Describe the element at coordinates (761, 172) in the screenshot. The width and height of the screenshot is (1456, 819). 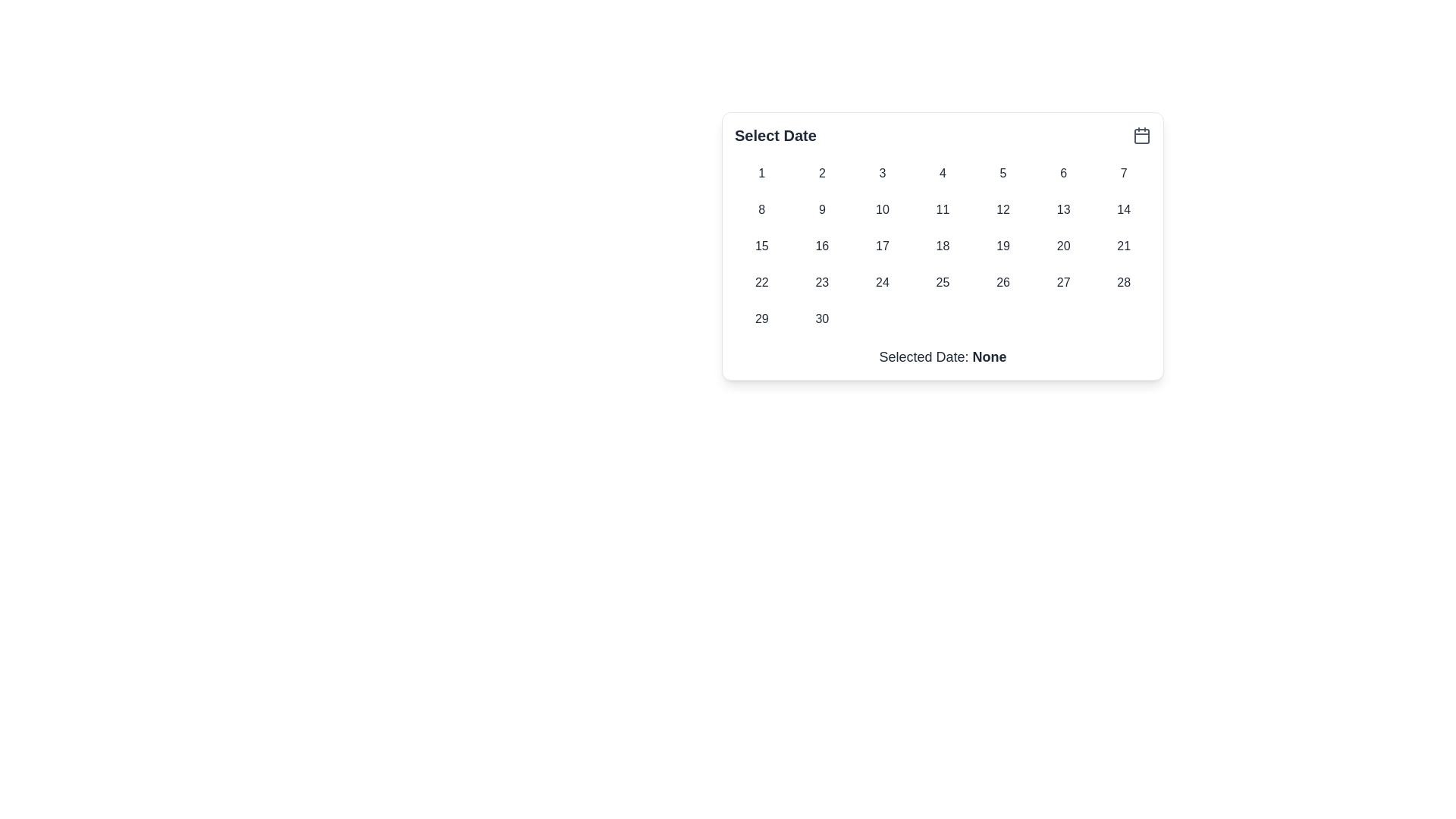
I see `the first button in the calendar grid` at that location.